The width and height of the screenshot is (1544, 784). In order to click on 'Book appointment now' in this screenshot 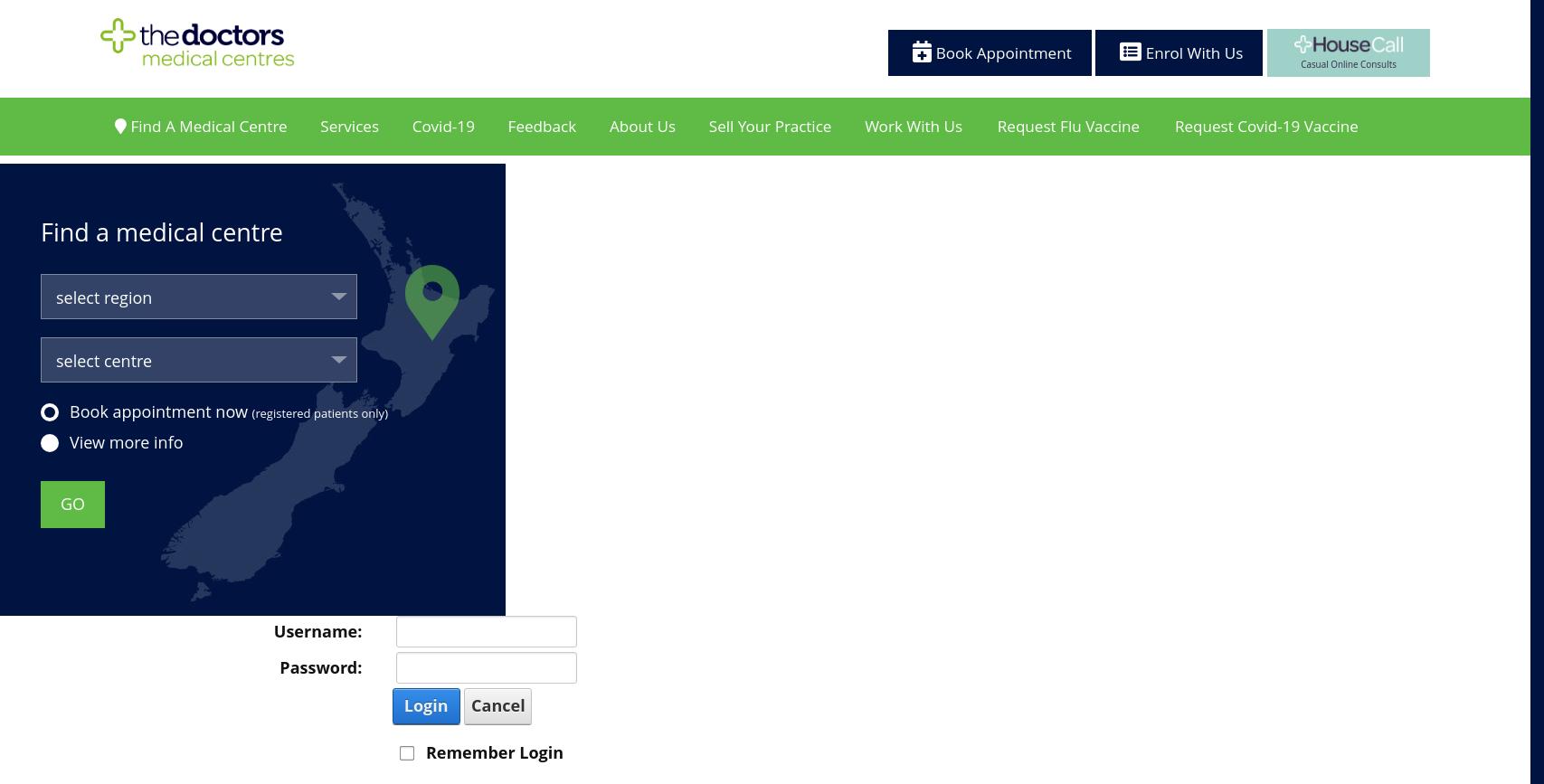, I will do `click(160, 411)`.